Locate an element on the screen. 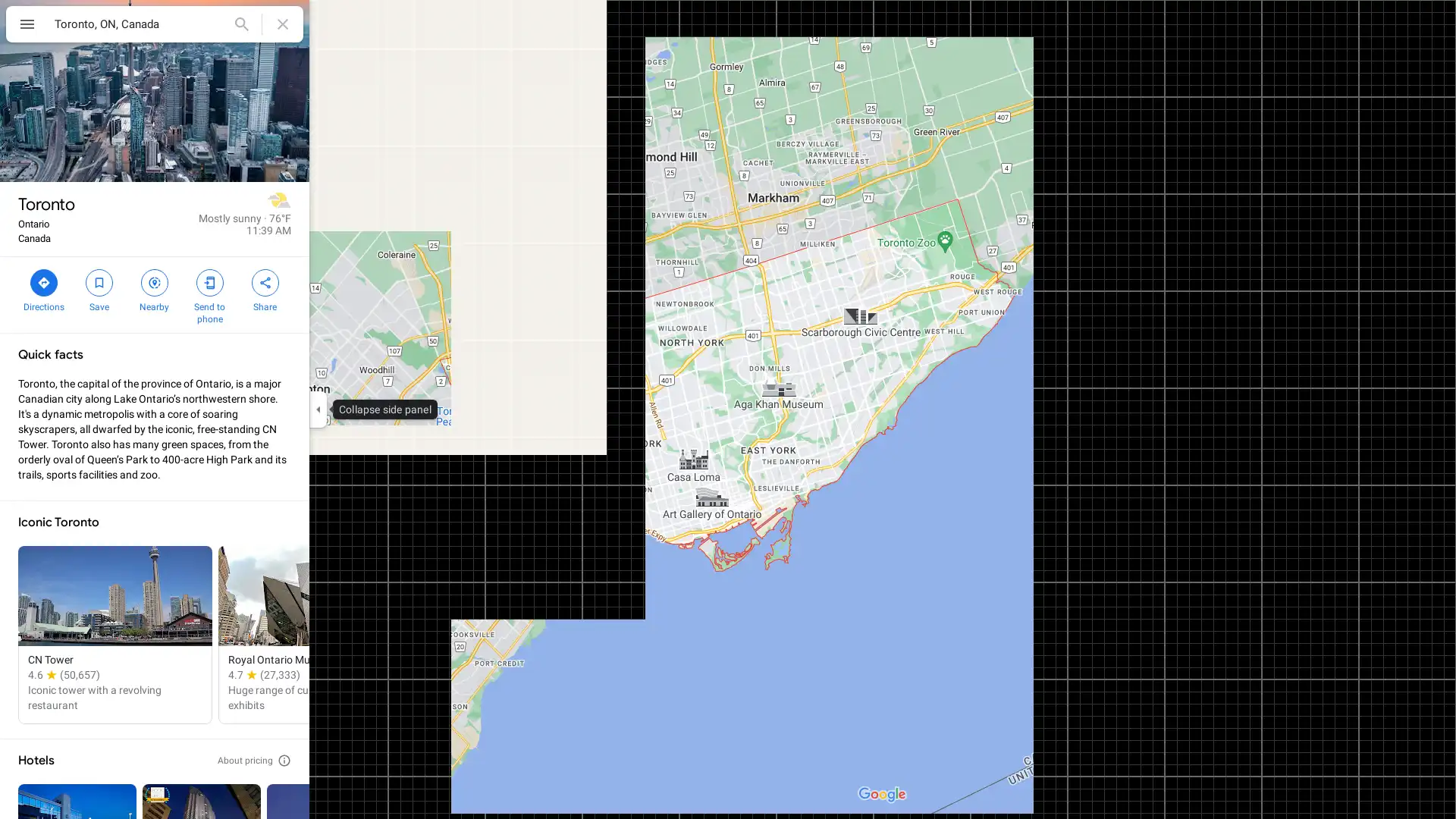 The width and height of the screenshot is (1456, 819). Send Toronto to your phone is located at coordinates (209, 295).